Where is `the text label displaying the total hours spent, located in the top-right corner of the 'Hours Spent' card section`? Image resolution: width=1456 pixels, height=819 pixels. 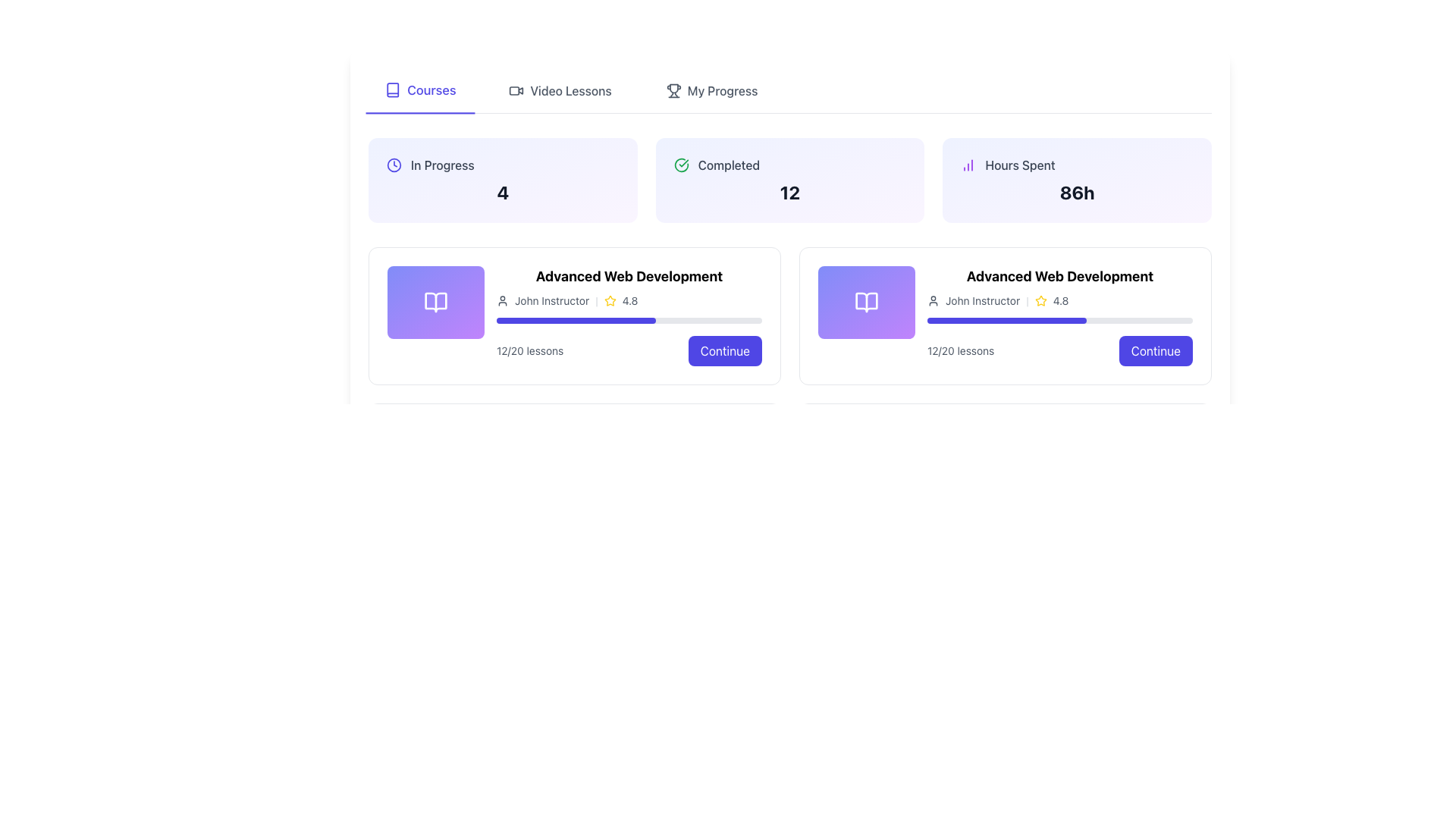
the text label displaying the total hours spent, located in the top-right corner of the 'Hours Spent' card section is located at coordinates (1076, 192).